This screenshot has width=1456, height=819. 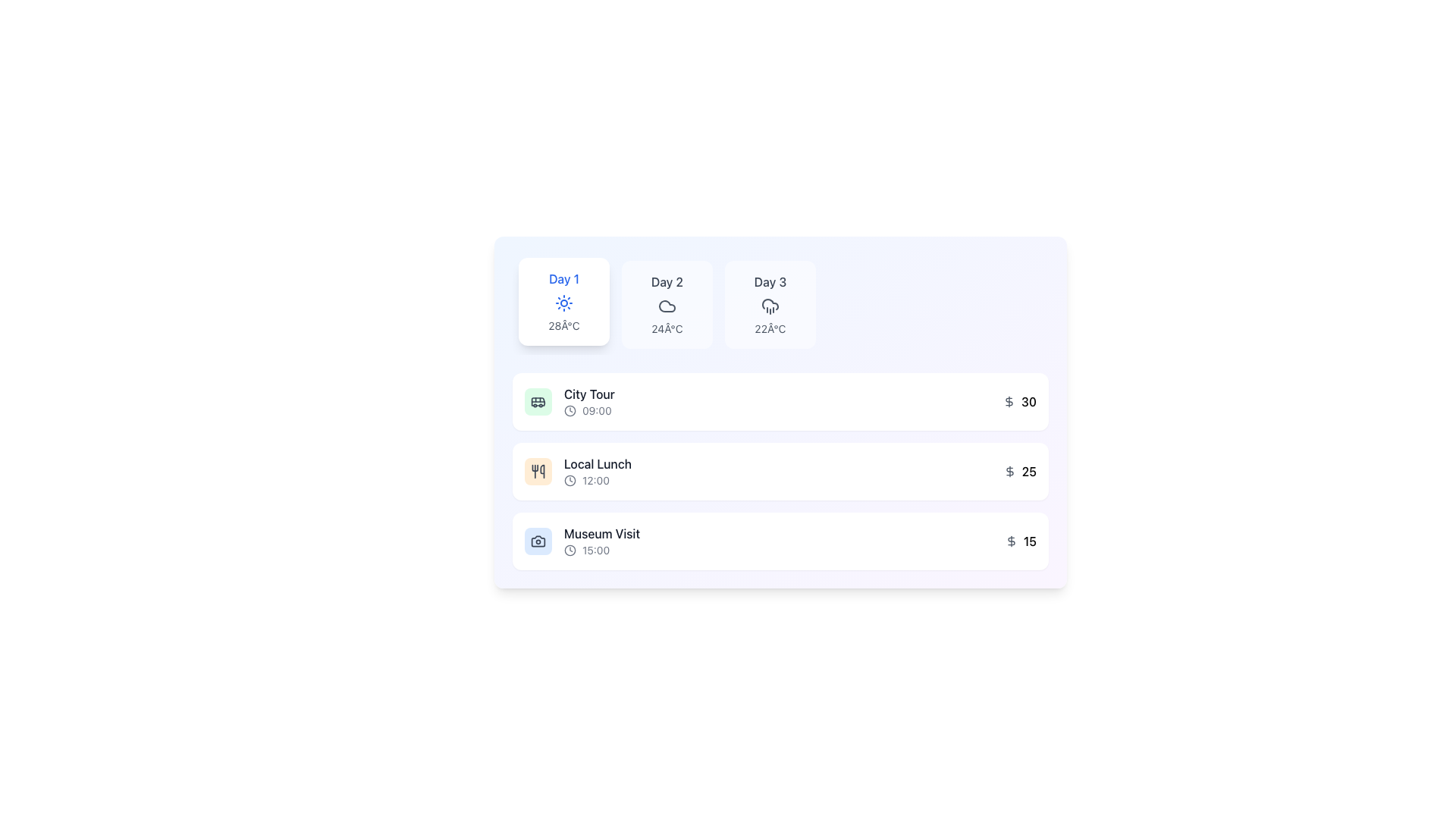 What do you see at coordinates (1030, 540) in the screenshot?
I see `the static text displaying the number '15', which is part of the monetary information section for the 'Museum Visit' entry` at bounding box center [1030, 540].